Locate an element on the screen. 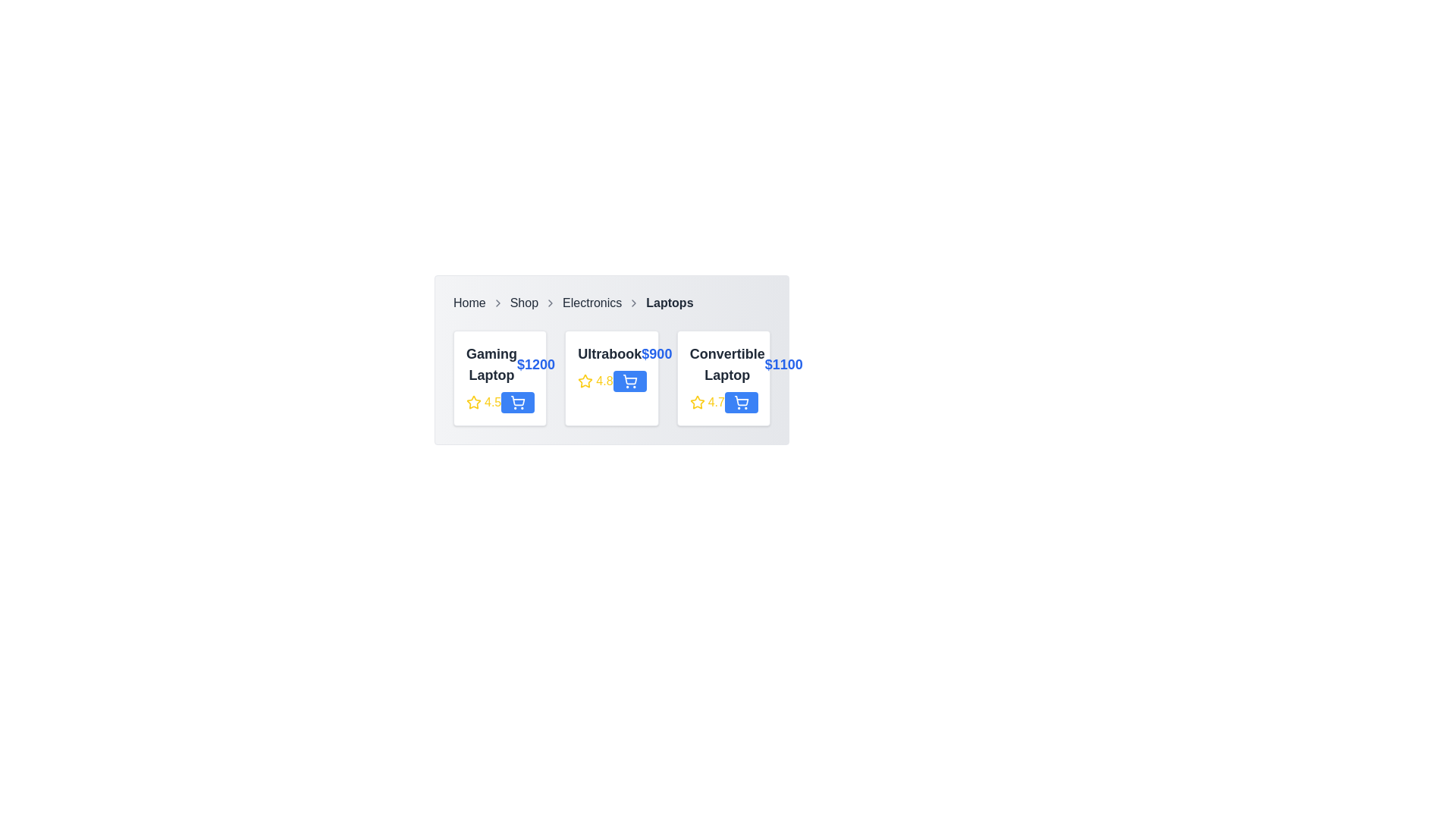  text value of the Rating display for the 'Convertible Laptop', which is located below the product title and price, to the left of the shopping cart button is located at coordinates (706, 402).